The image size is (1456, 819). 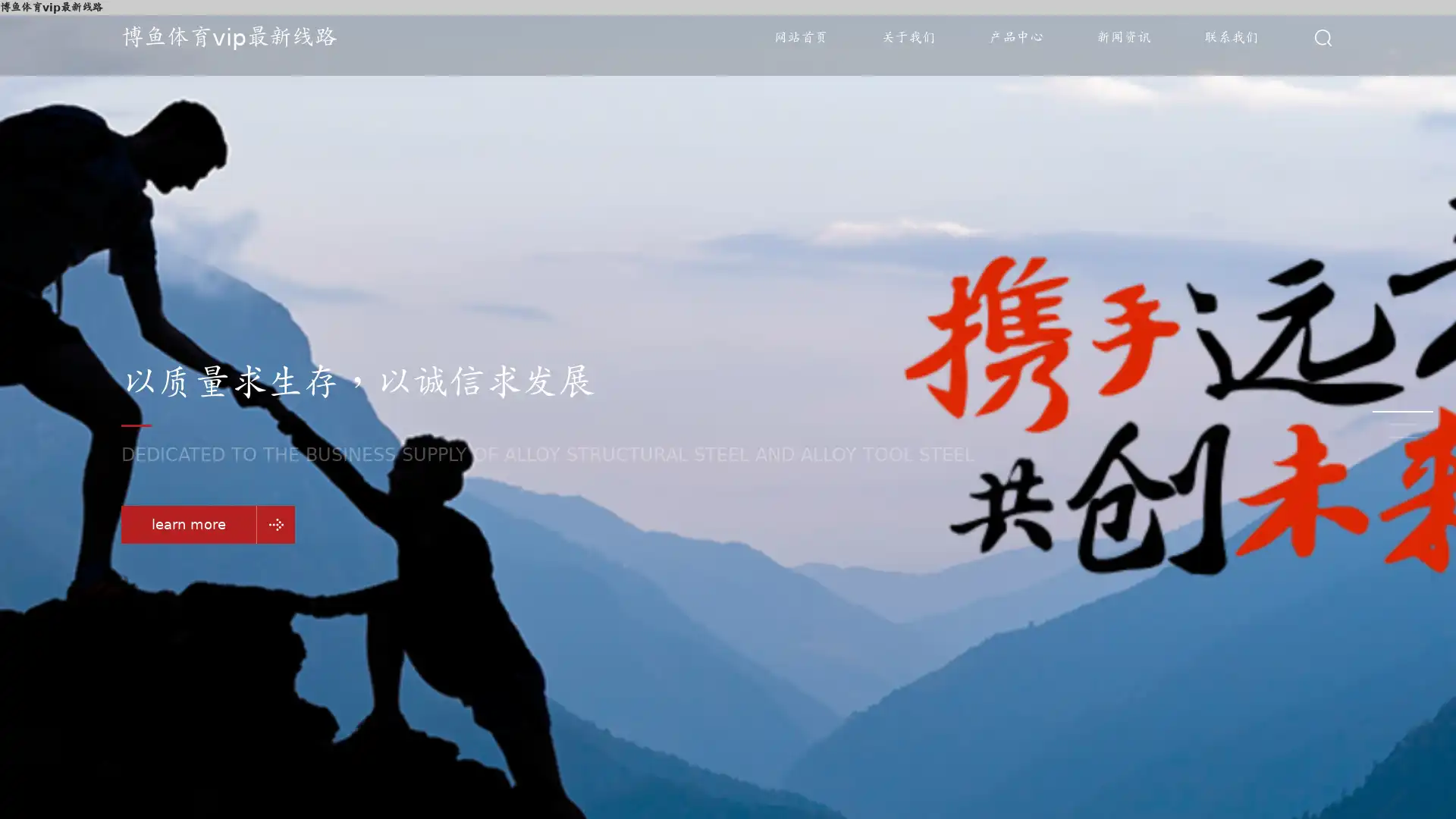 What do you see at coordinates (1401, 424) in the screenshot?
I see `Go to slide 2` at bounding box center [1401, 424].